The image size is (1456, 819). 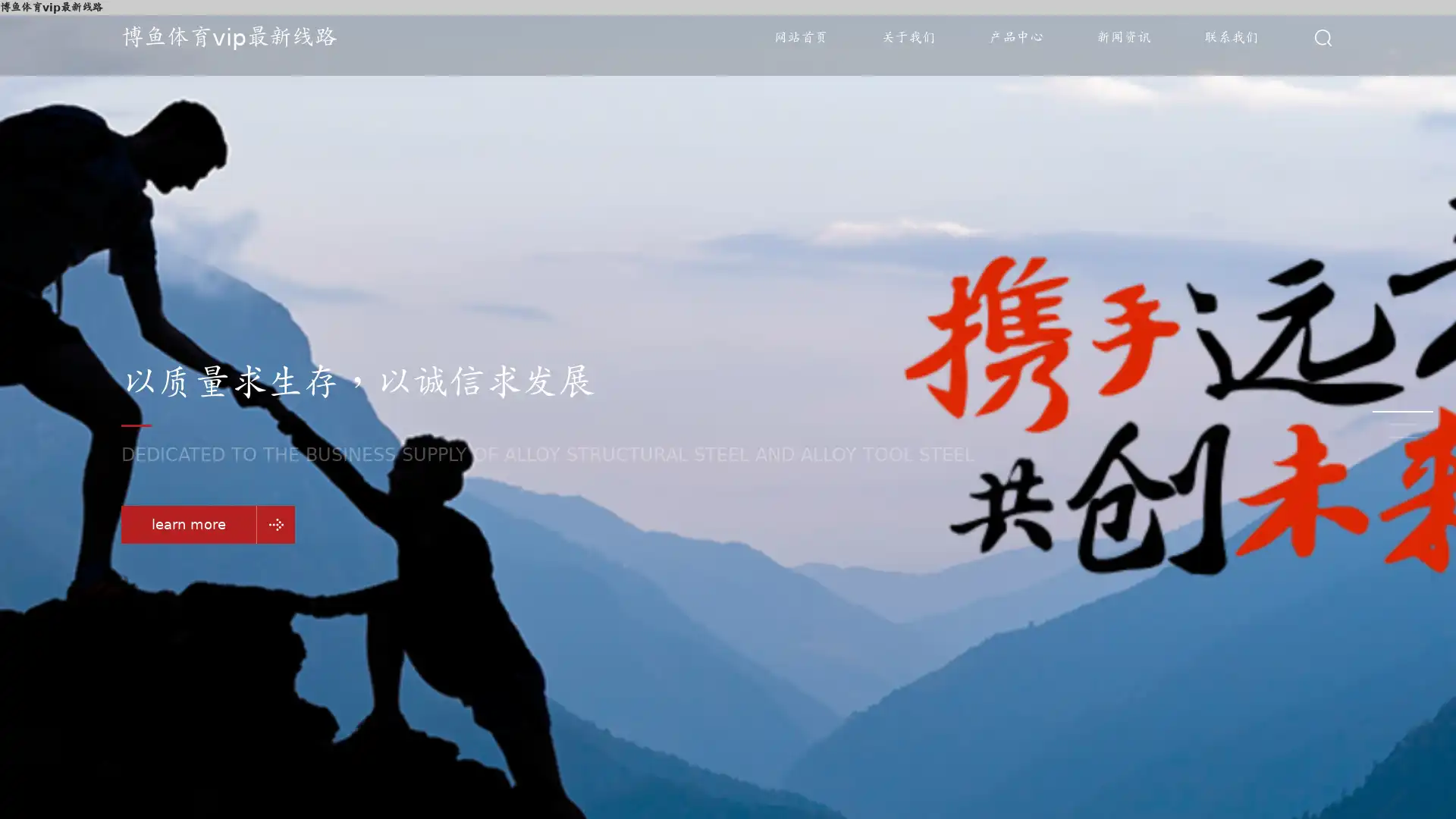 What do you see at coordinates (1401, 424) in the screenshot?
I see `Go to slide 2` at bounding box center [1401, 424].